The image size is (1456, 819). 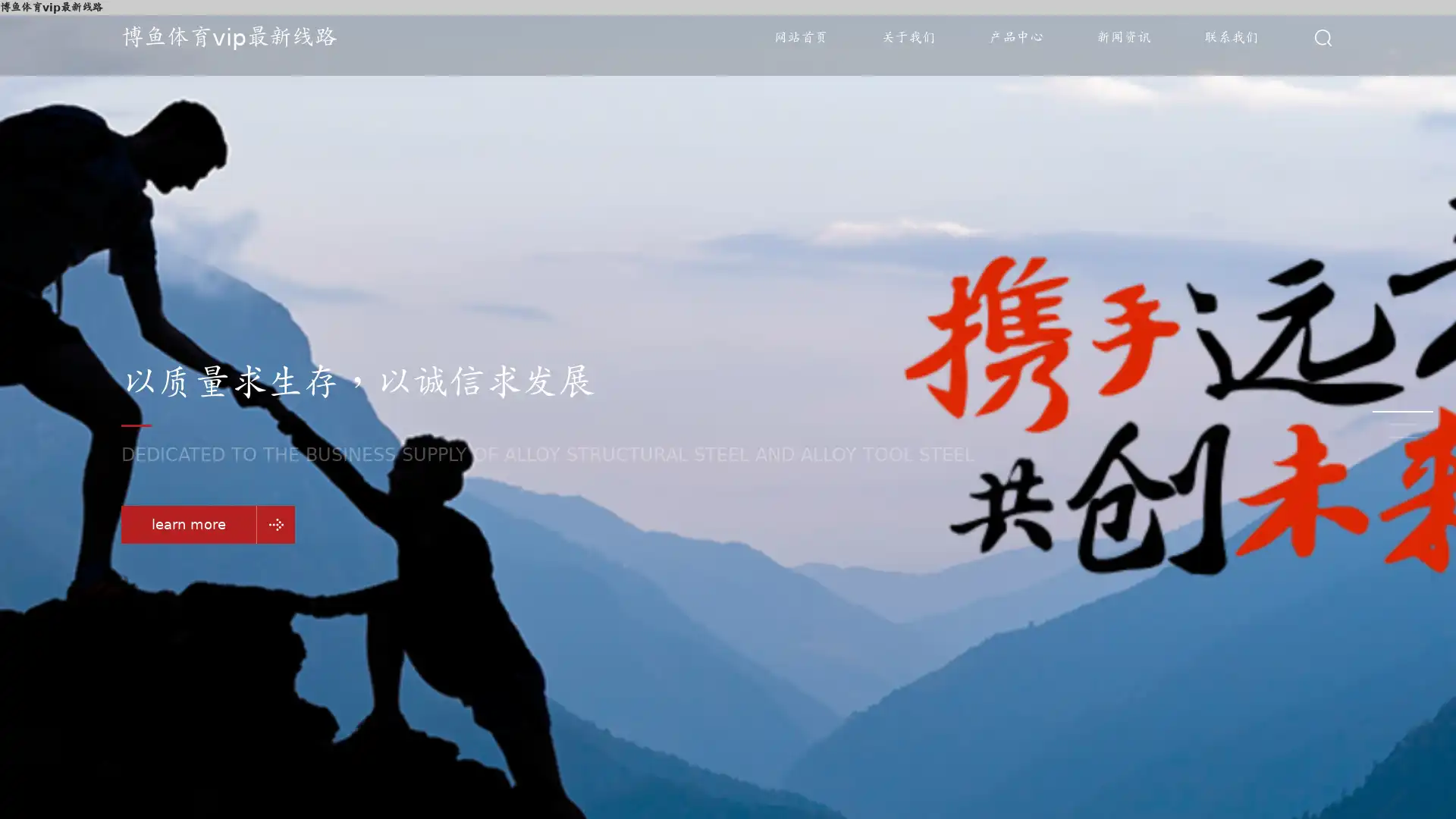 What do you see at coordinates (1401, 424) in the screenshot?
I see `Go to slide 2` at bounding box center [1401, 424].